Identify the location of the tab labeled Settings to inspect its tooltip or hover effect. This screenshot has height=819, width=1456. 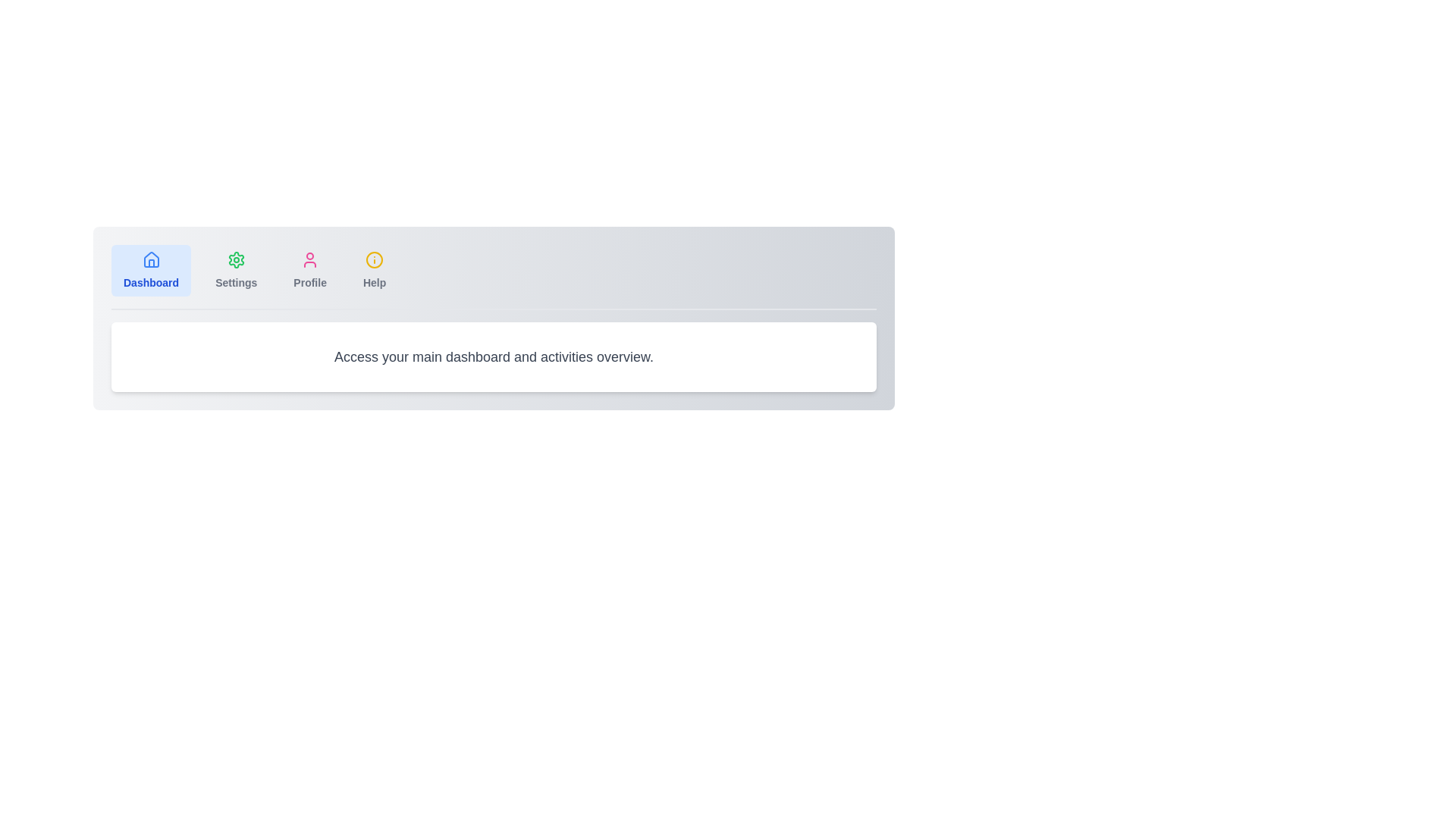
(235, 270).